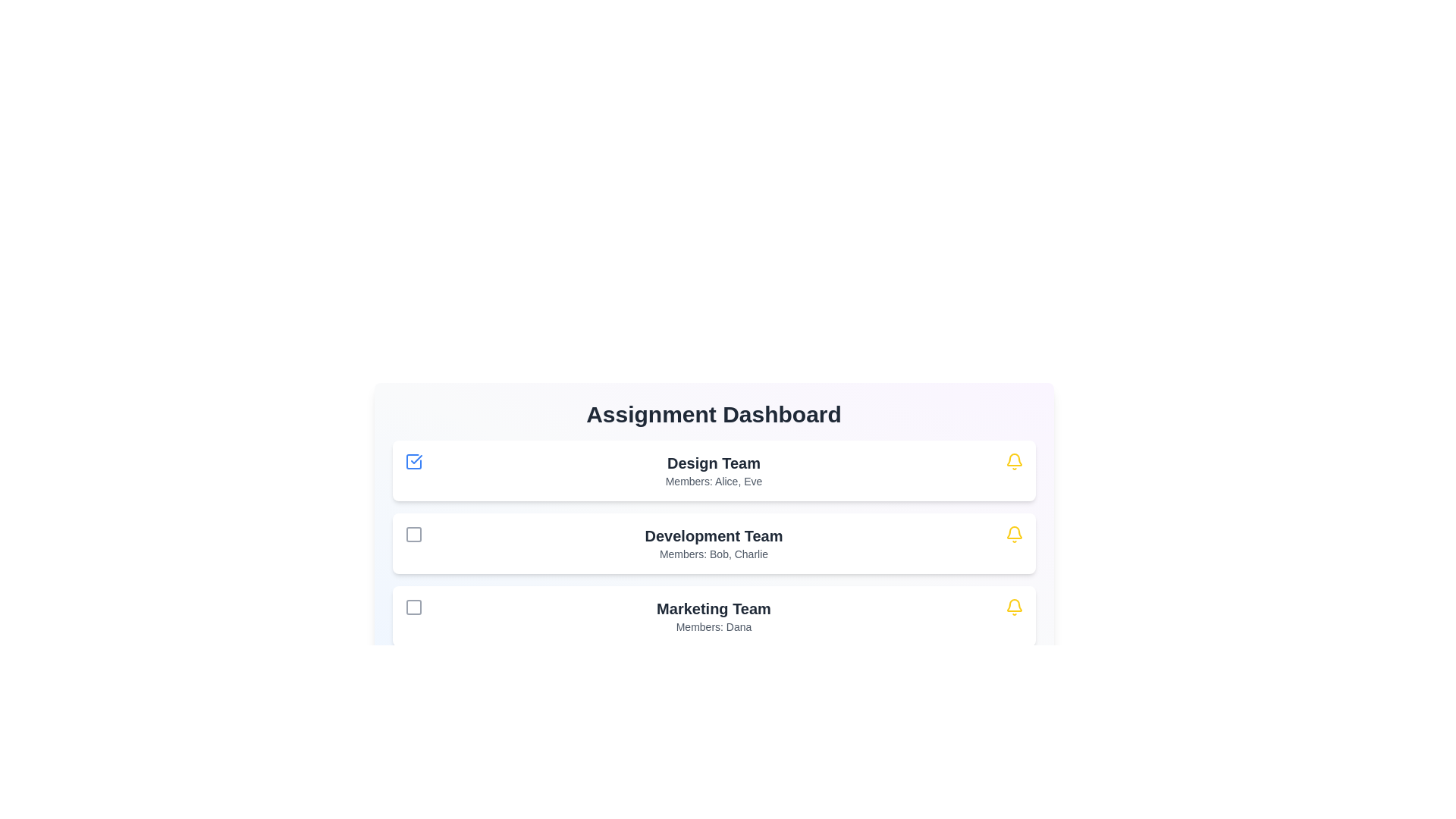  What do you see at coordinates (1014, 461) in the screenshot?
I see `the bell icon for the Design Team` at bounding box center [1014, 461].